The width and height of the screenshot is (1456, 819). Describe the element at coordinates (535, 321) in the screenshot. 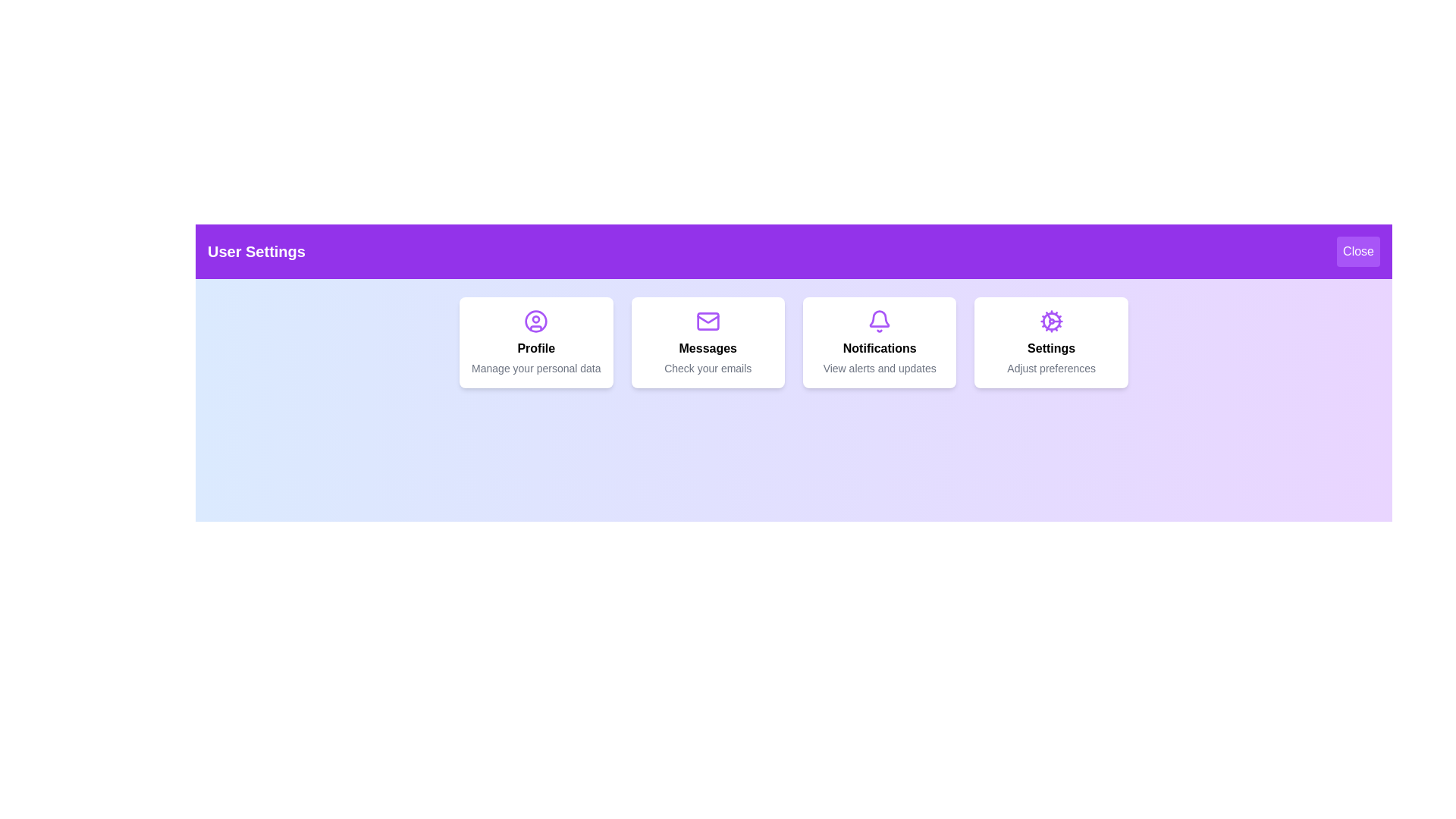

I see `the icon for Profile to interact with it` at that location.